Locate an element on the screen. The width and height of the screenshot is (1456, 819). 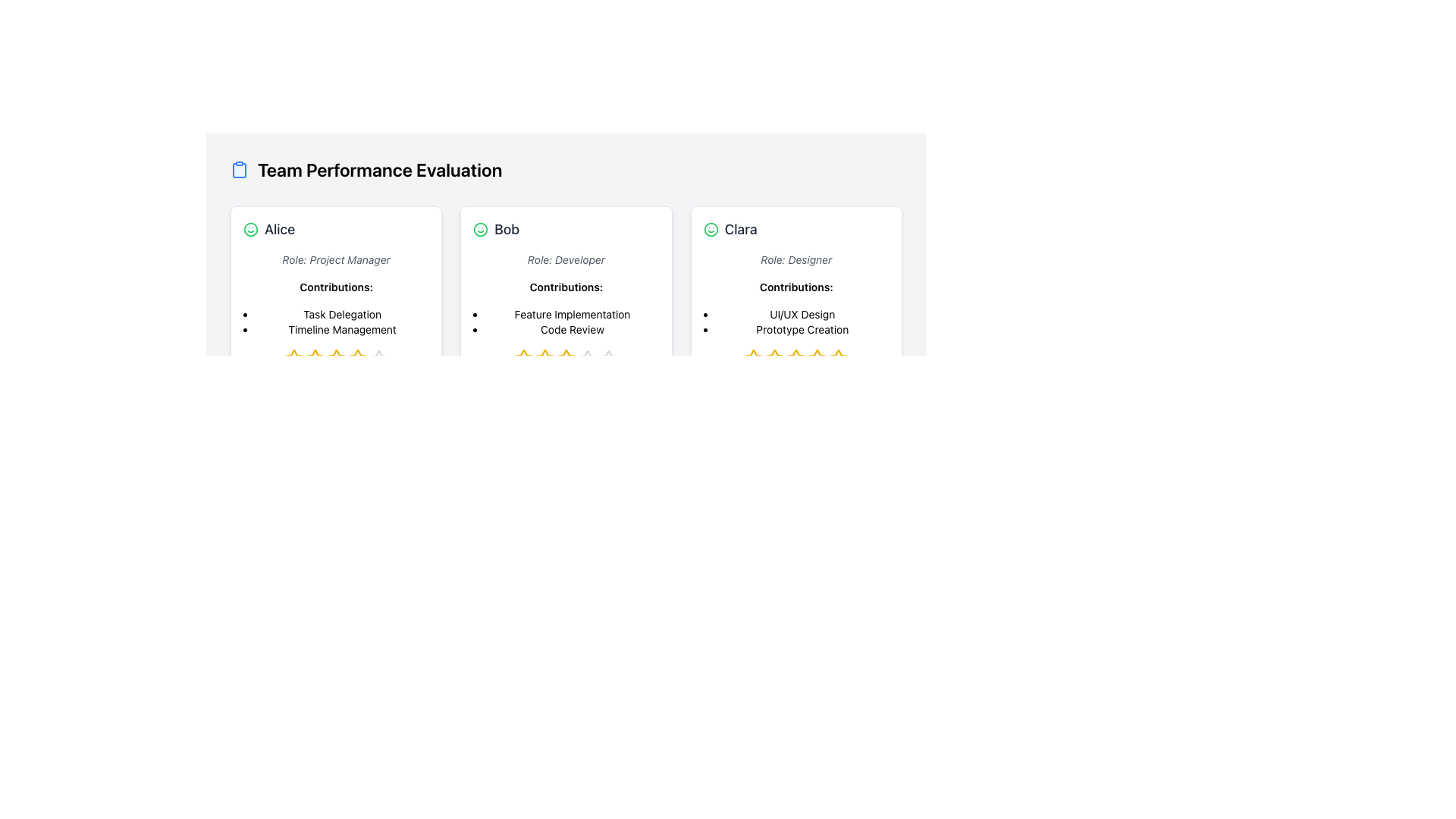
the text label displaying Alice's key responsibility under the 'Contributions' header in her card is located at coordinates (341, 314).